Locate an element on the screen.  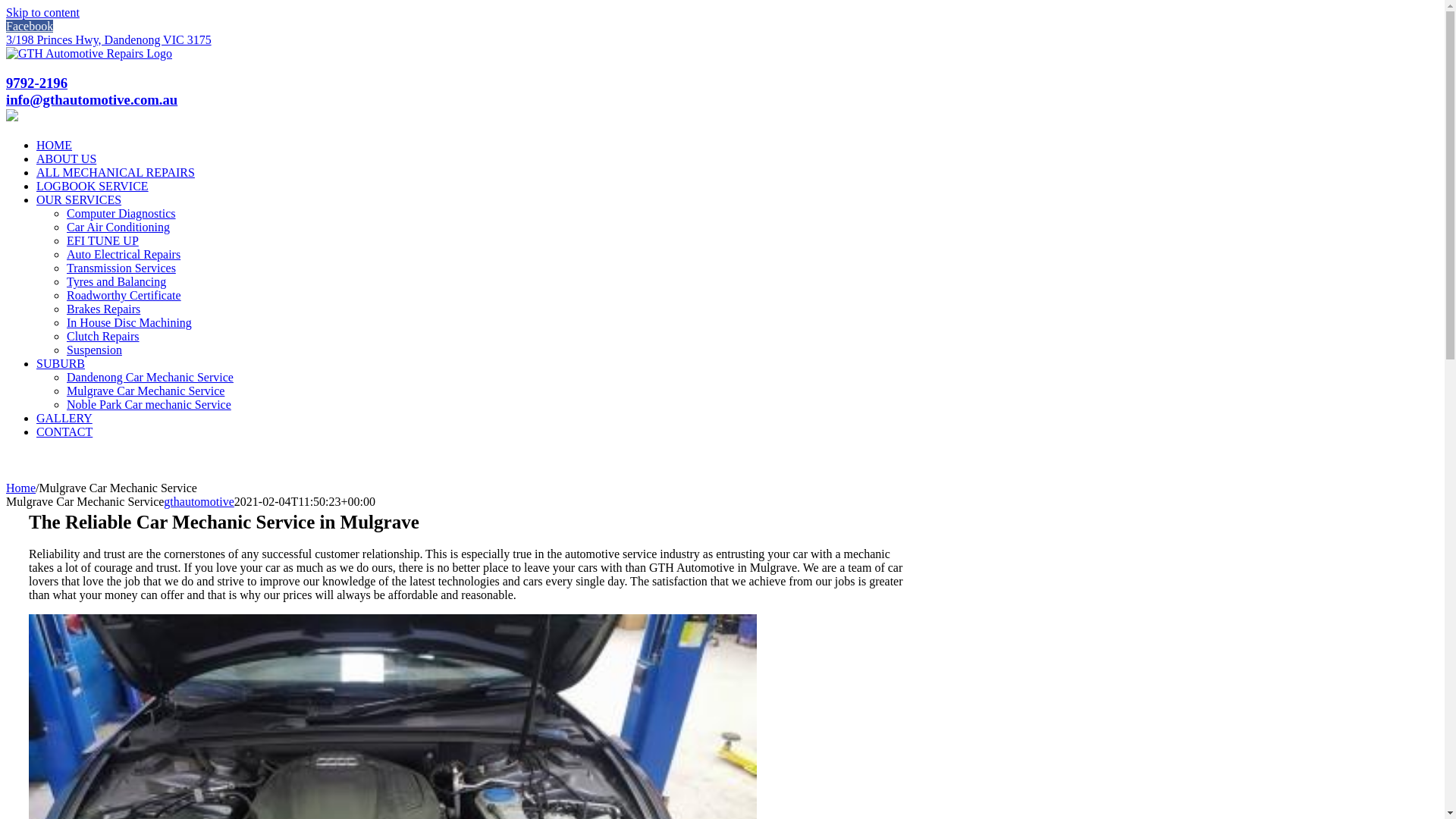
'Suspension' is located at coordinates (93, 350).